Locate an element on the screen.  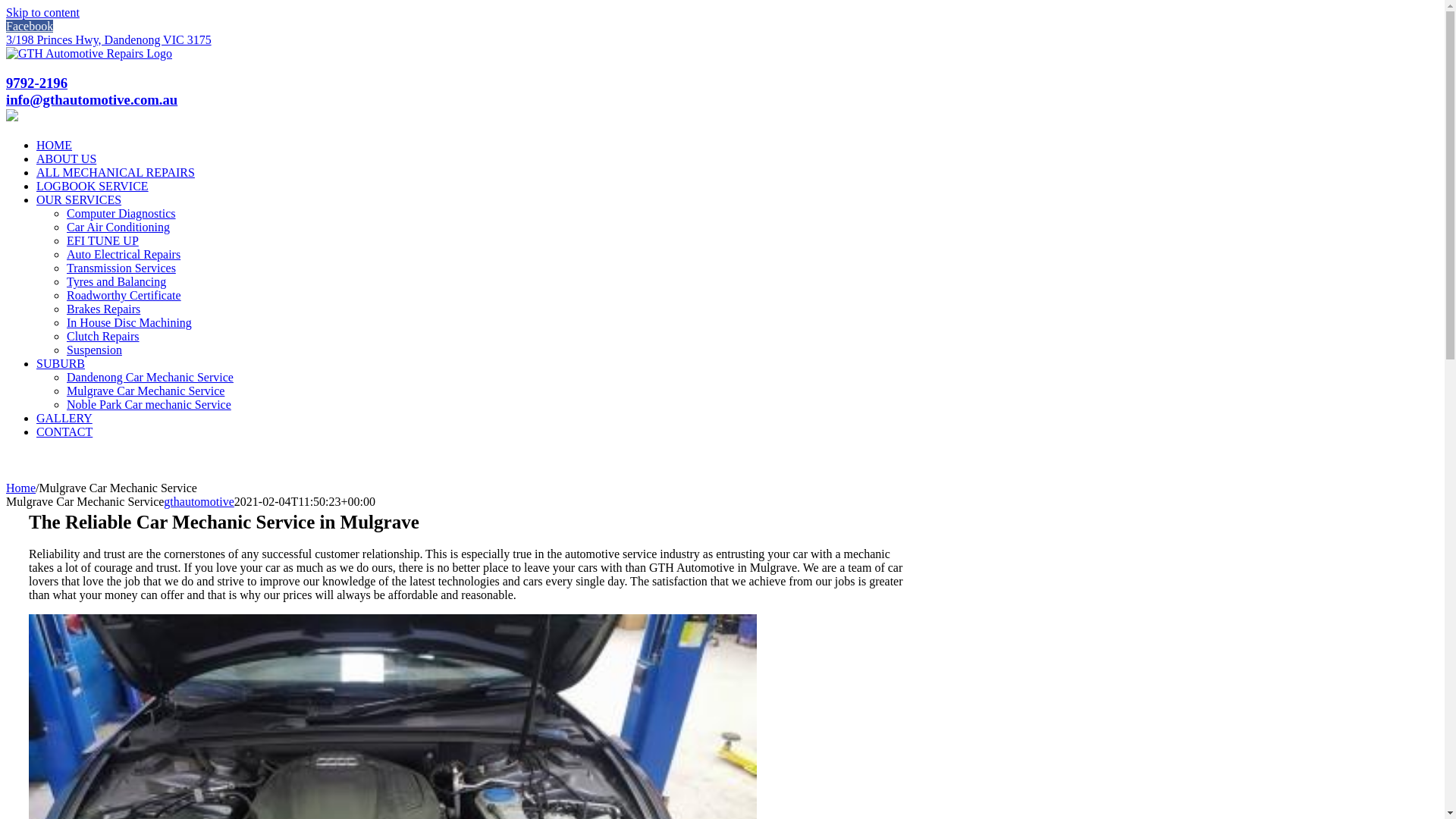
'Suspension' is located at coordinates (93, 350).